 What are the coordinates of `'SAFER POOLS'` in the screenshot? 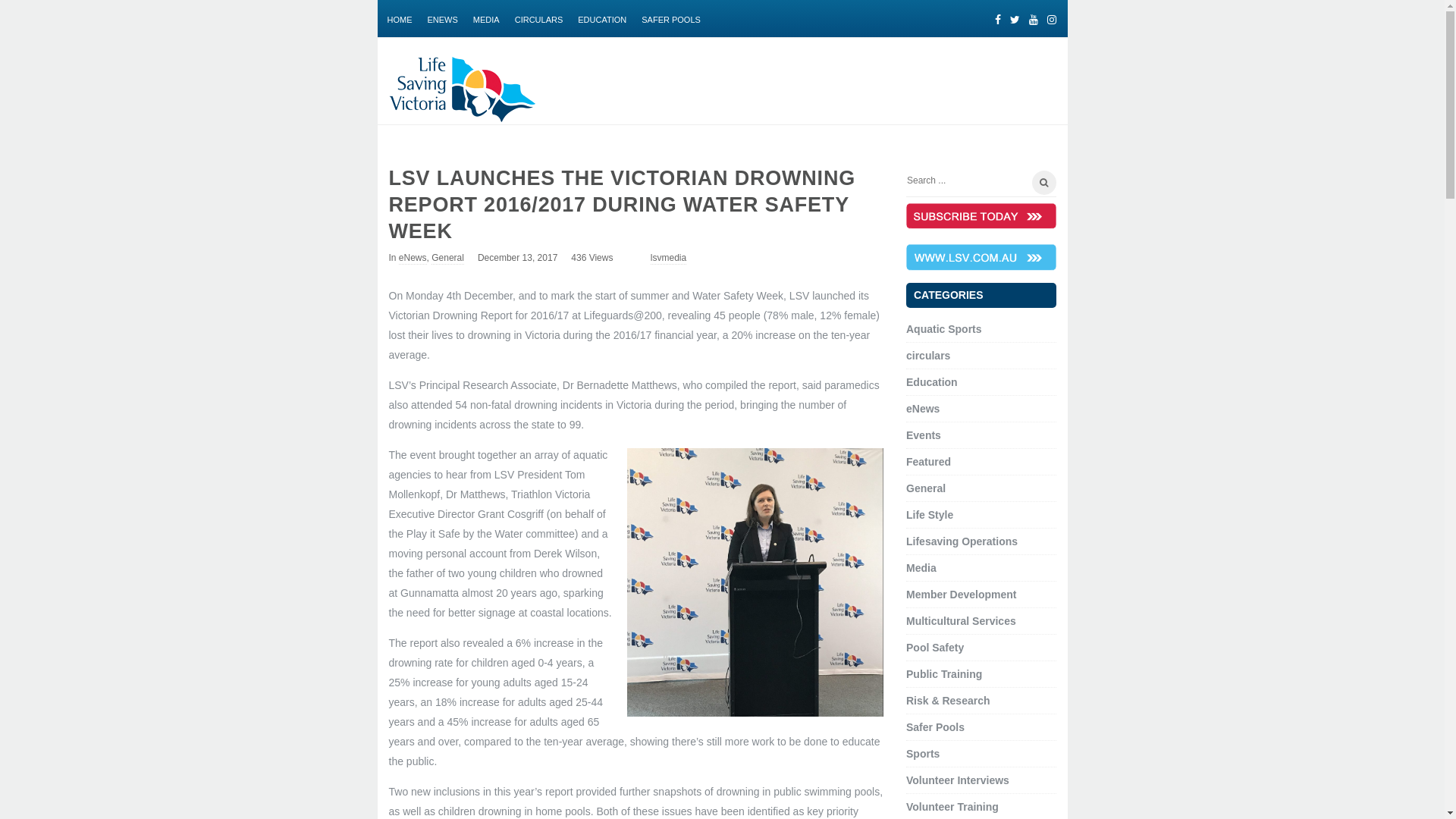 It's located at (670, 18).